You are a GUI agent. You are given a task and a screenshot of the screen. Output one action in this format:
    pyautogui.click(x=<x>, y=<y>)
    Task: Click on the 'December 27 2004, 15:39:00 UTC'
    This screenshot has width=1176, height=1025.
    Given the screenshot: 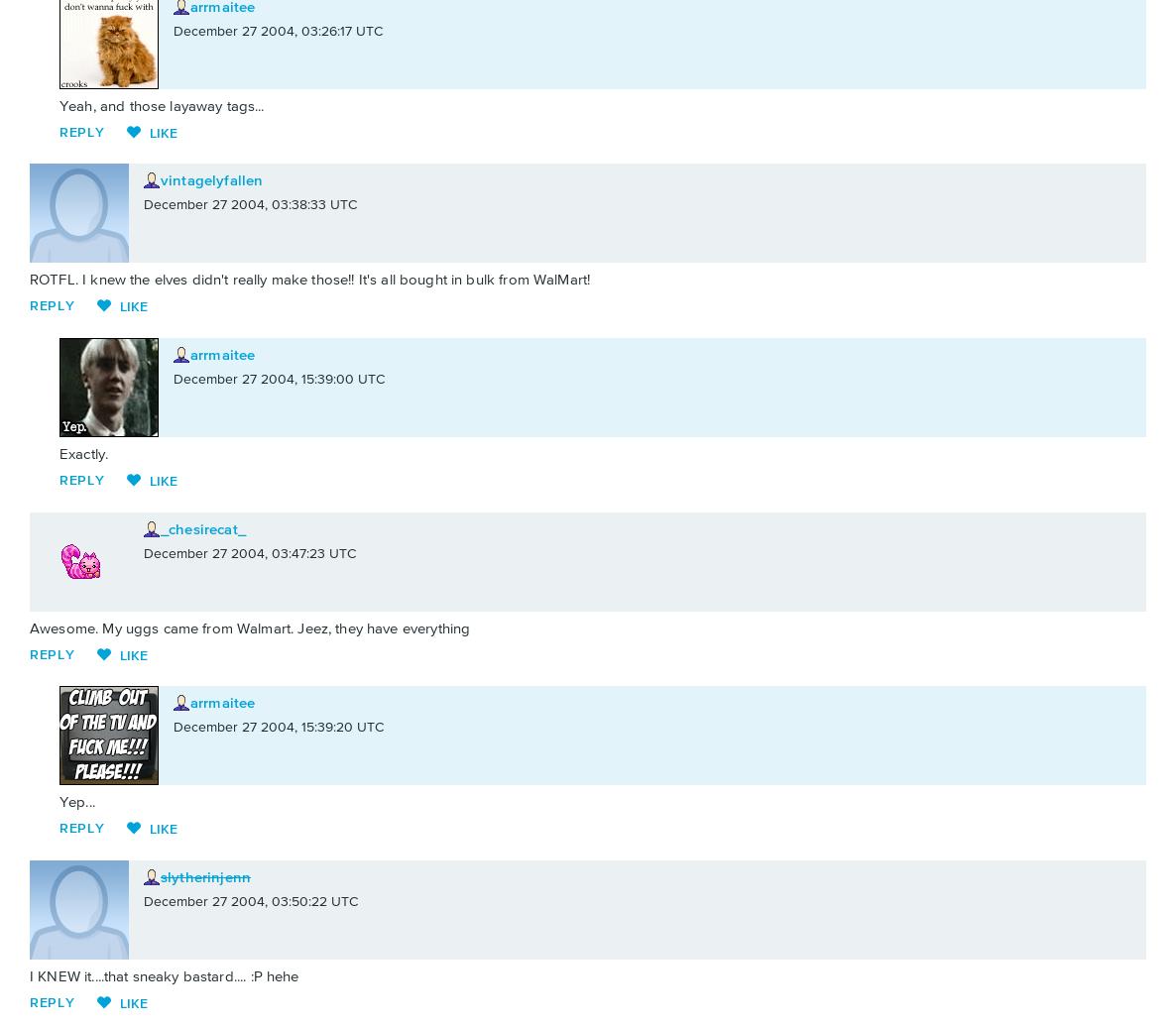 What is the action you would take?
    pyautogui.click(x=278, y=377)
    